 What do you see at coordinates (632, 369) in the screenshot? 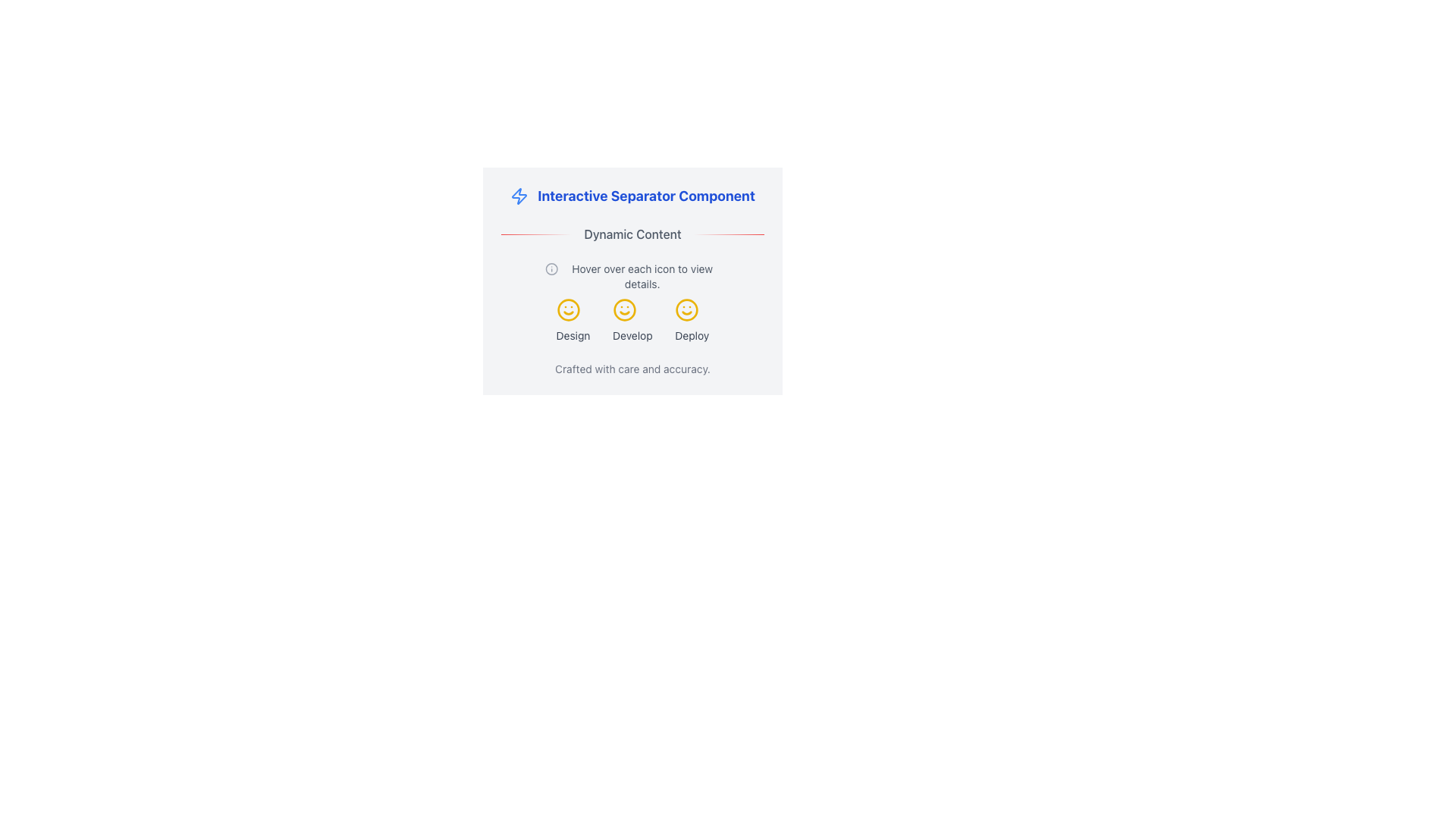
I see `the text label that reads 'Crafted with care and accuracy.' located at the bottom of the interface, centered below the components 'Design,' 'Develop,' and 'Deploy.'` at bounding box center [632, 369].